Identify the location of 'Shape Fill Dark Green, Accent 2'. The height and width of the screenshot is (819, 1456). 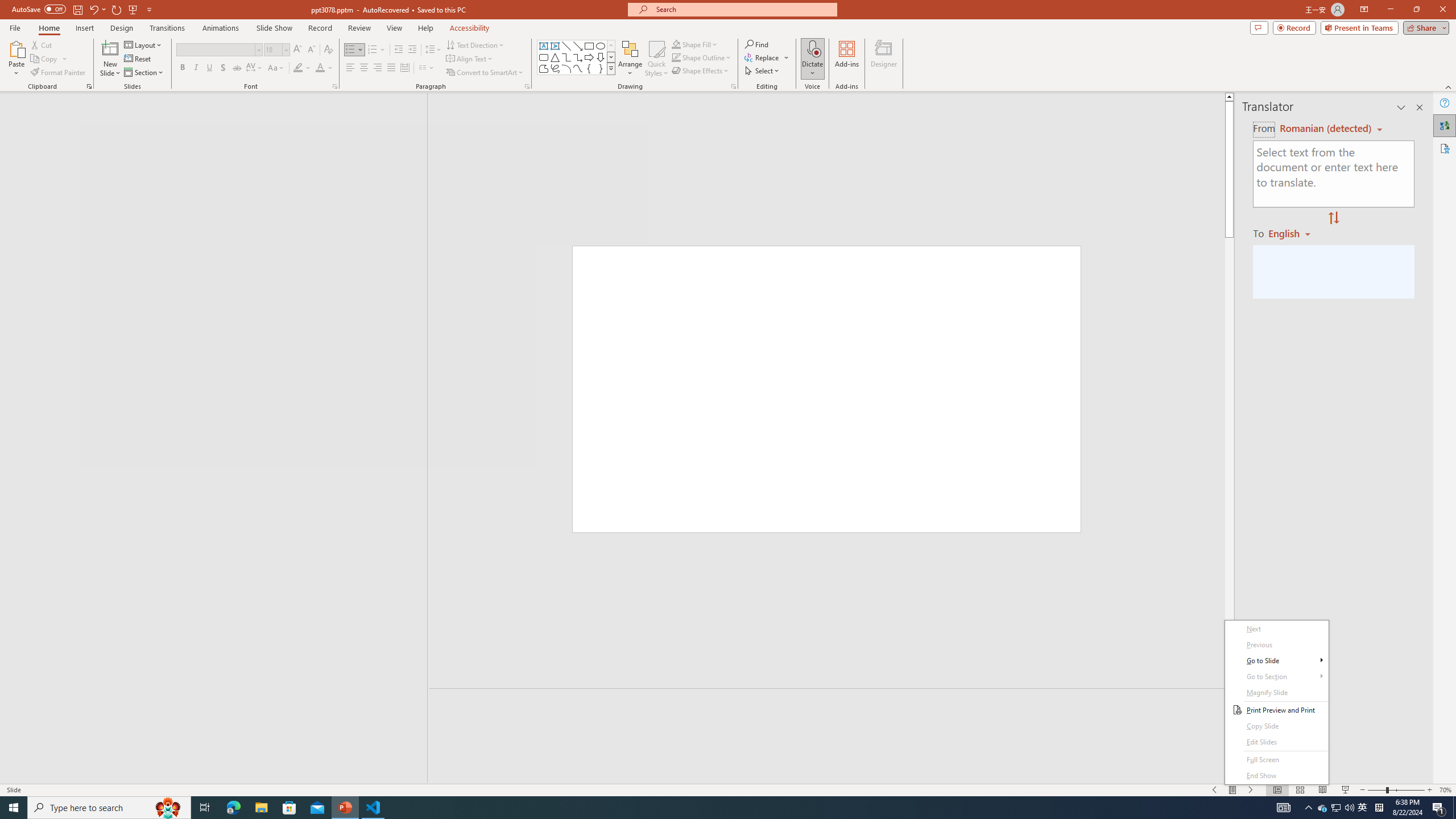
(676, 44).